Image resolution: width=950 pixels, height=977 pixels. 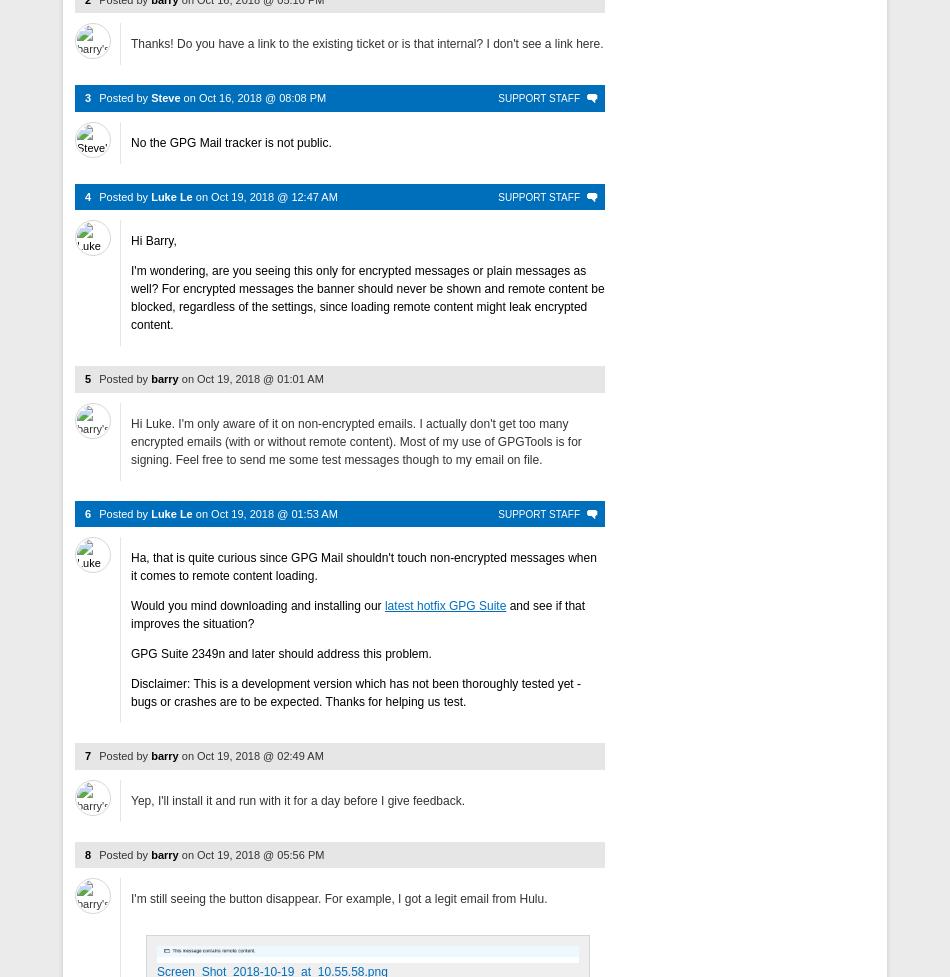 I want to click on 'and see if that improves the situation?', so click(x=356, y=614).